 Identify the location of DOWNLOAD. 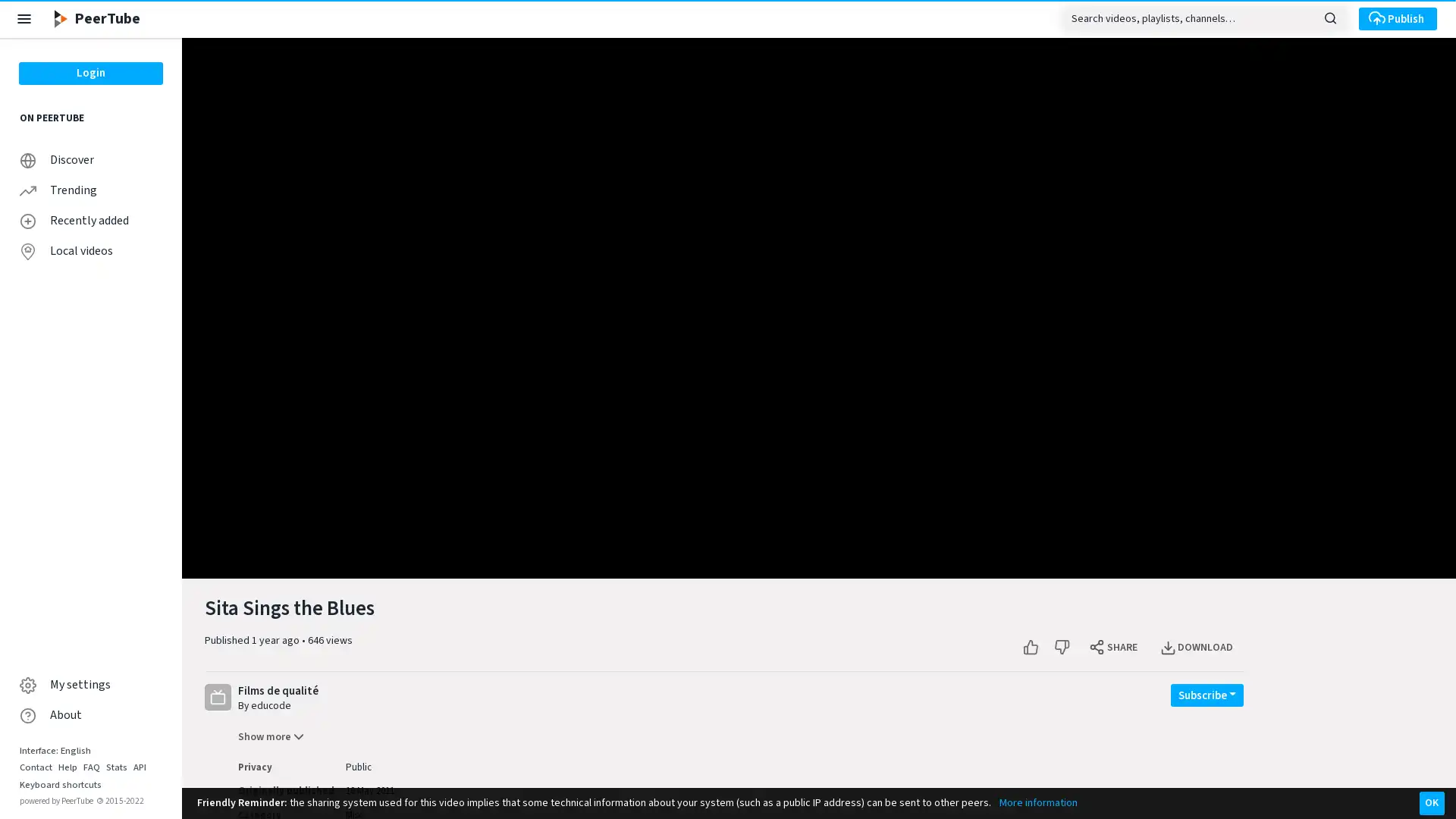
(1197, 647).